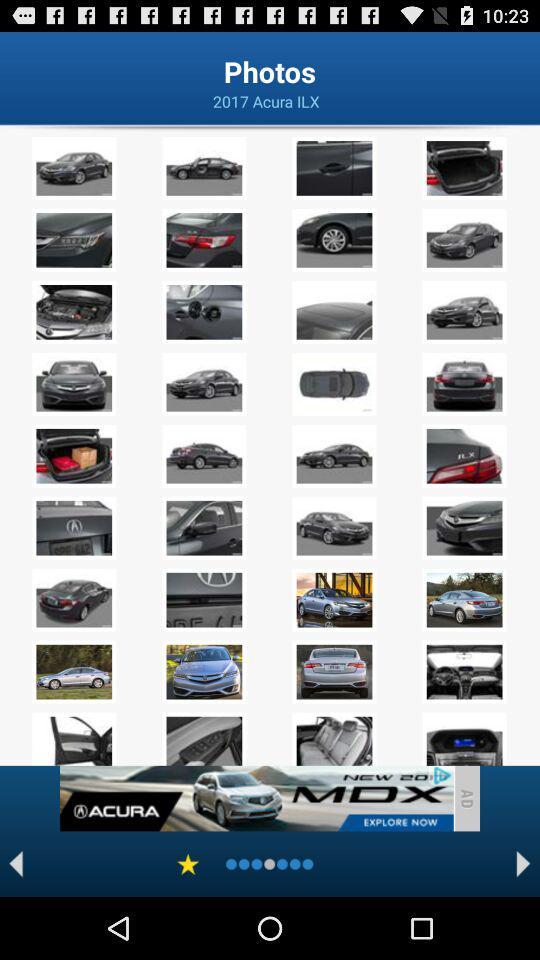 Image resolution: width=540 pixels, height=960 pixels. I want to click on next page, so click(523, 863).